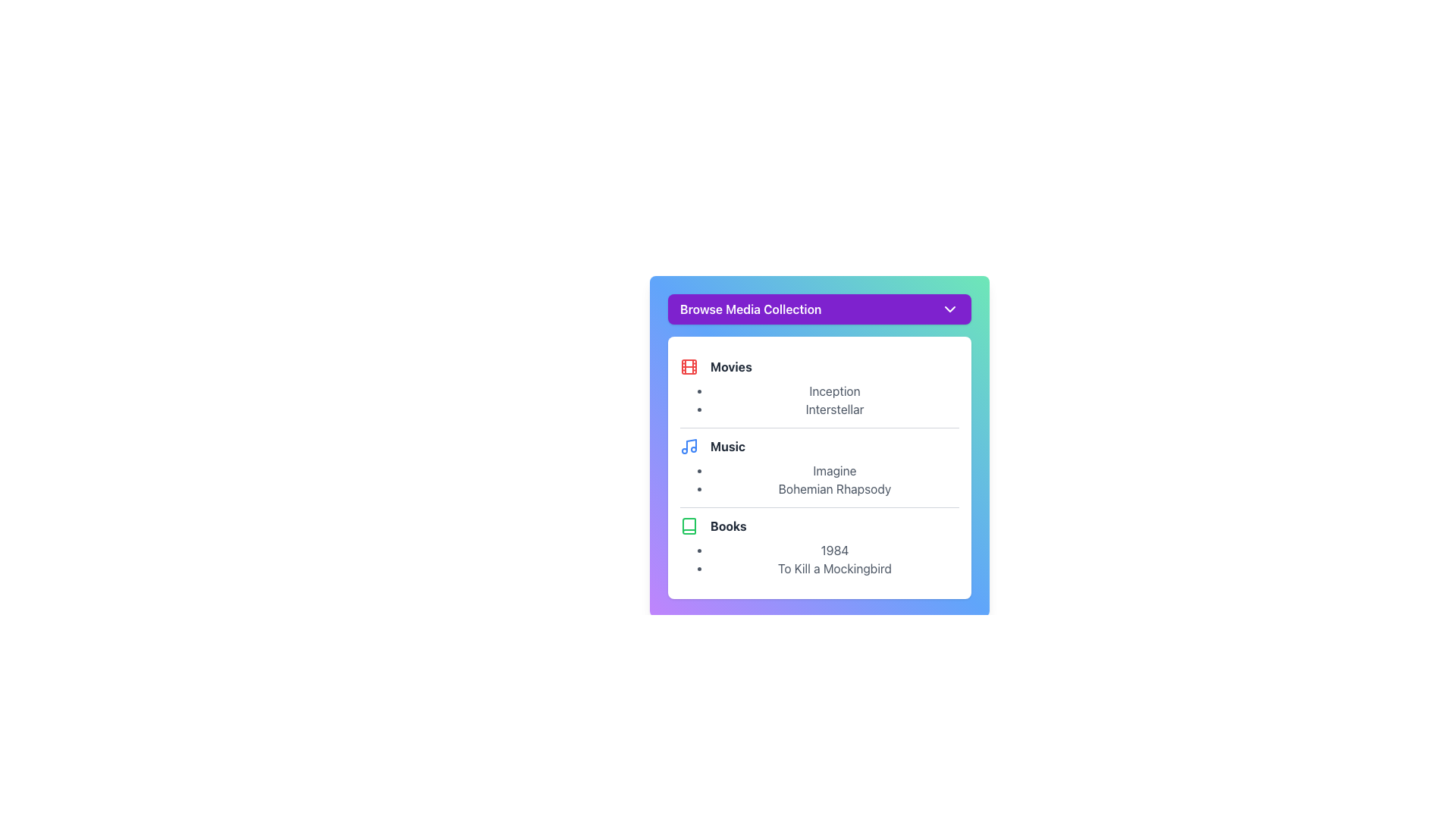 The width and height of the screenshot is (1456, 819). I want to click on the bullet point 'Imagine' or 'Bohemian Rhapsody' in the Music category section, so click(818, 466).